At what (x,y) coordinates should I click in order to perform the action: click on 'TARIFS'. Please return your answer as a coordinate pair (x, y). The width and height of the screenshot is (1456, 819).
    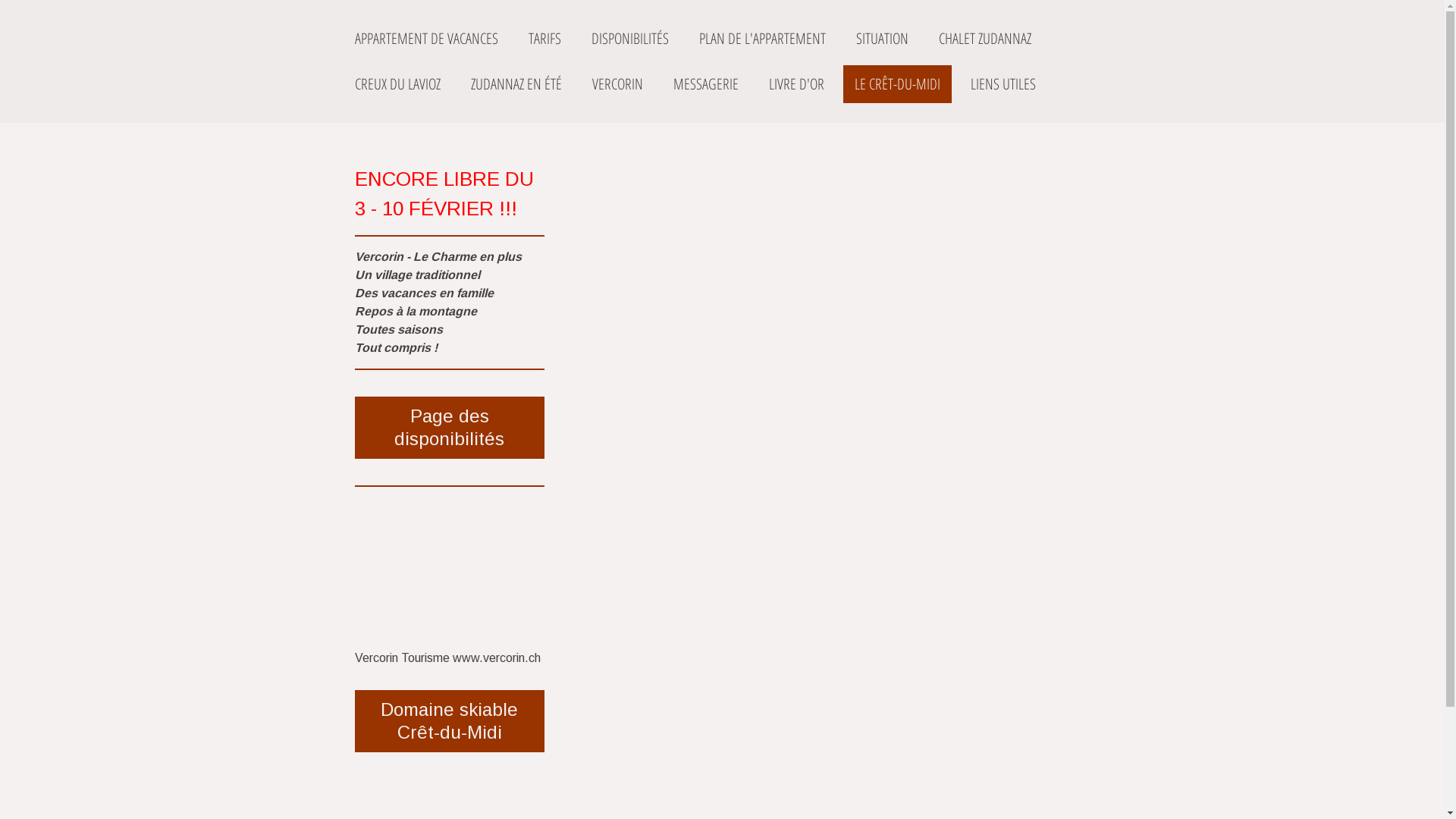
    Looking at the image, I should click on (516, 37).